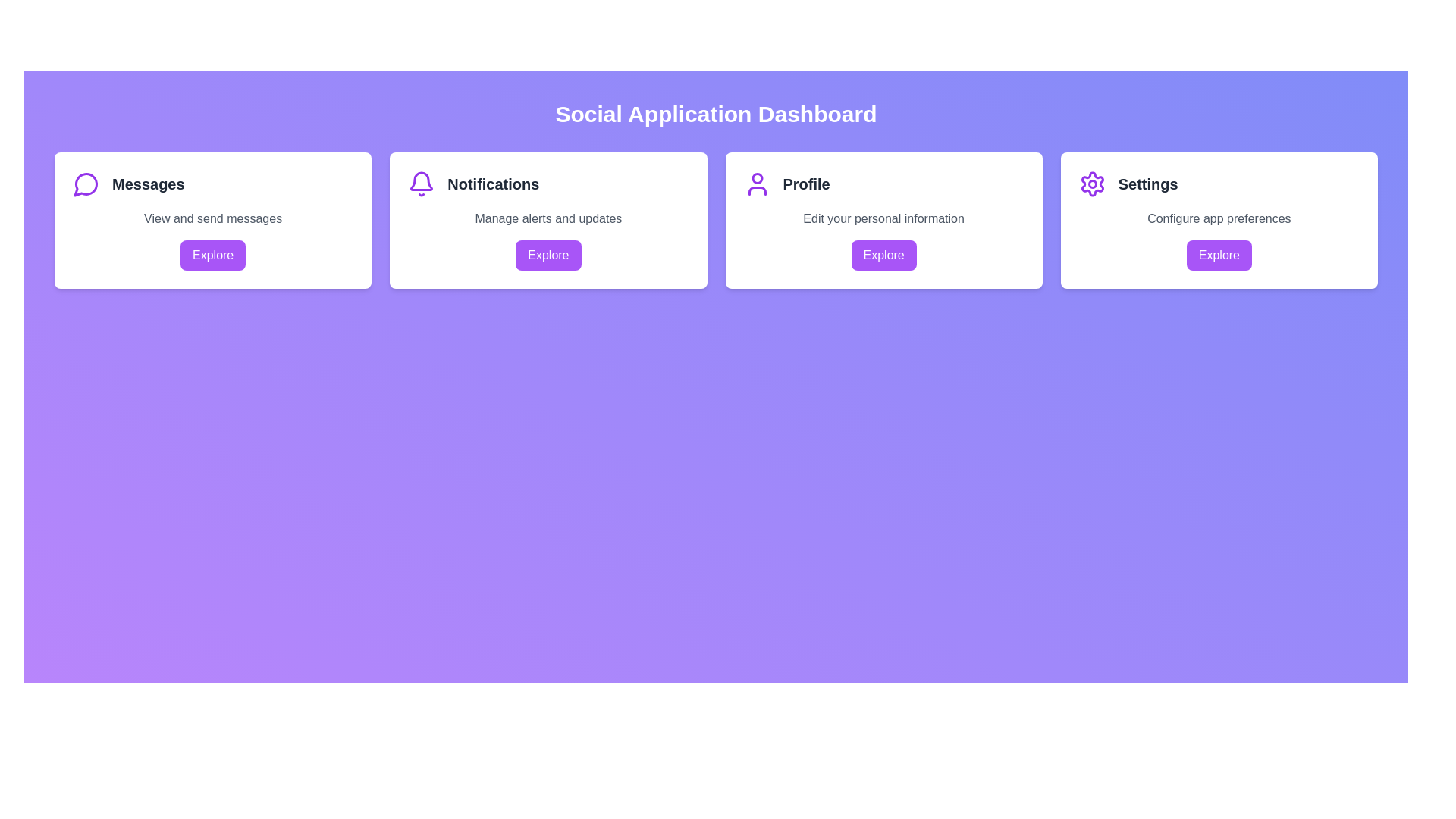 This screenshot has height=819, width=1456. What do you see at coordinates (148, 184) in the screenshot?
I see `the 'Messages' text header, which is styled in bold dark gray and located within the upper-left card of the interface, adjacent to a speech bubble icon` at bounding box center [148, 184].